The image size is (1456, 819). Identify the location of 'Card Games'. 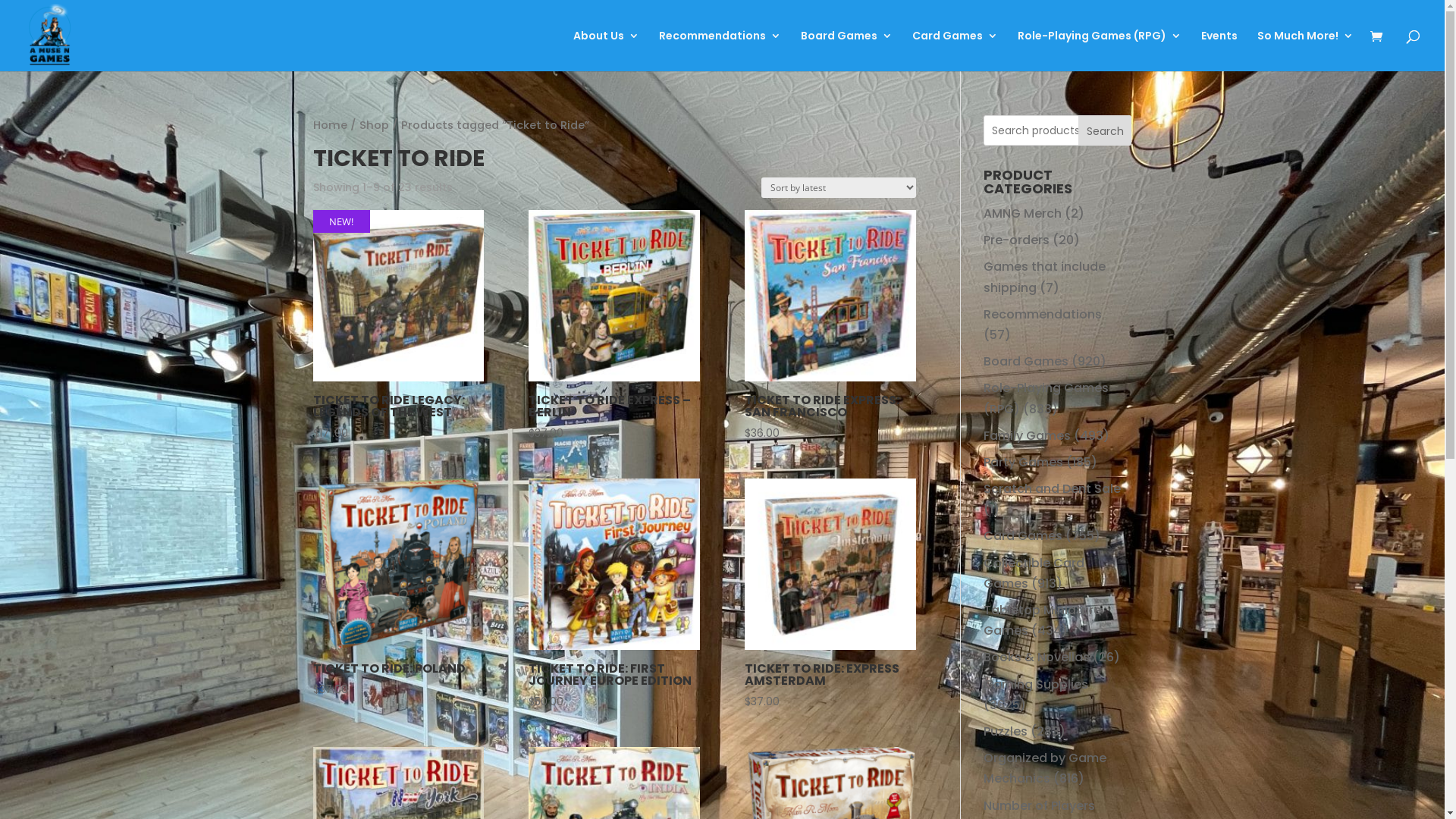
(954, 49).